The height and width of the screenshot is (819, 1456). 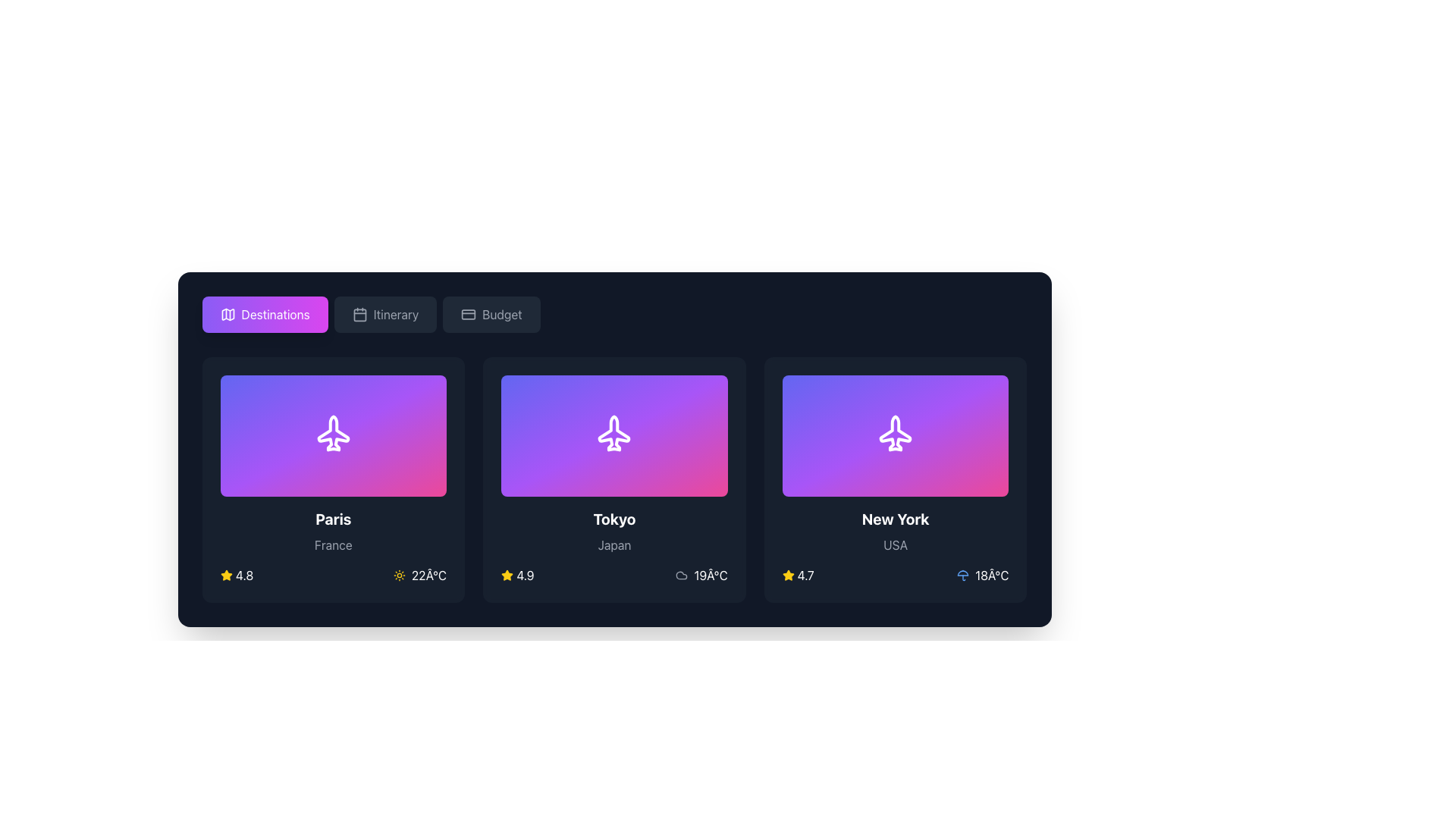 I want to click on the graphical element representing travel within the 'Tokyo' card, so click(x=614, y=435).